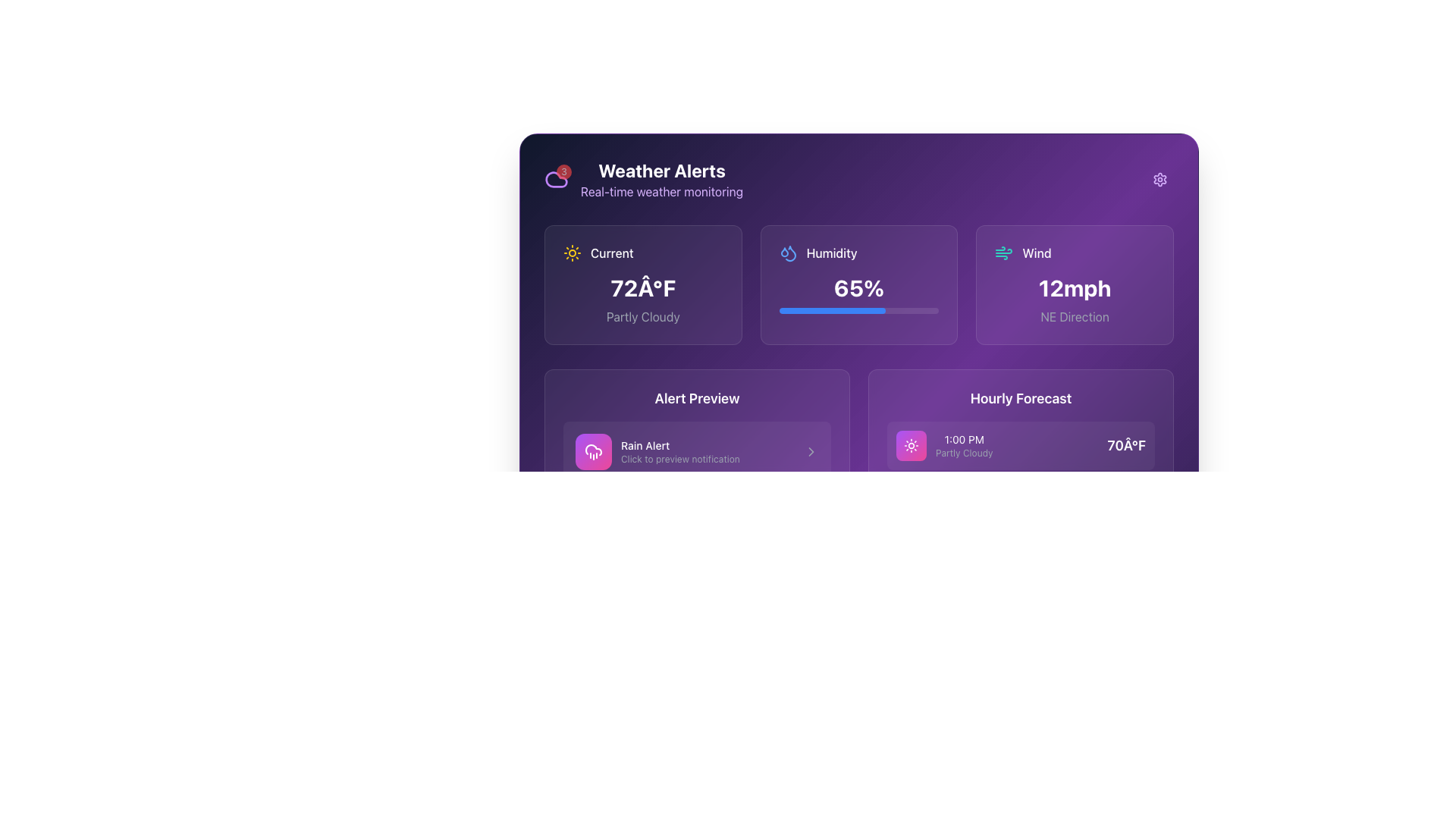  Describe the element at coordinates (858, 284) in the screenshot. I see `value '65%' and the description below the title 'Humidity' on the Information Card with a gradient background, centrally located in the grid under 'Weather Alerts'` at that location.